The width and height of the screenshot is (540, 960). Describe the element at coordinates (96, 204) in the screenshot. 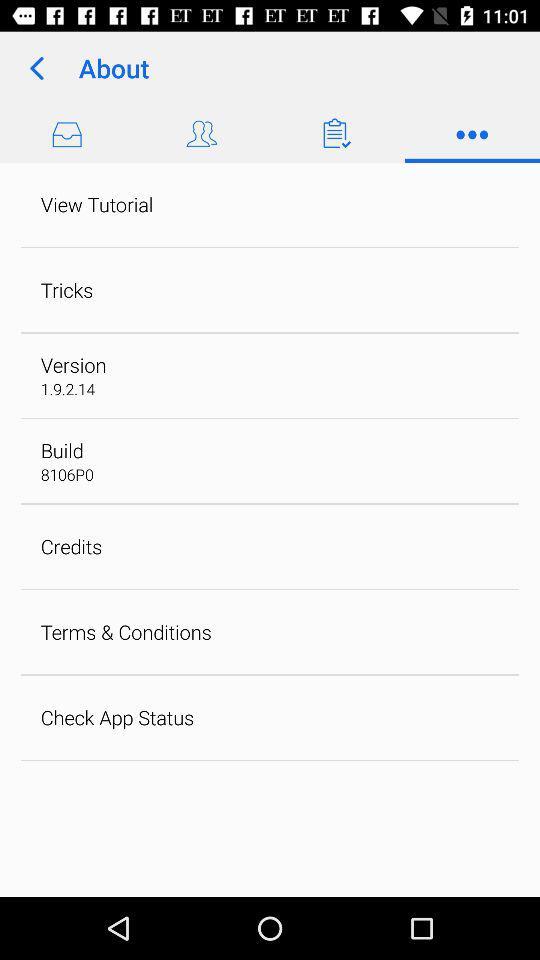

I see `view tutorial icon` at that location.